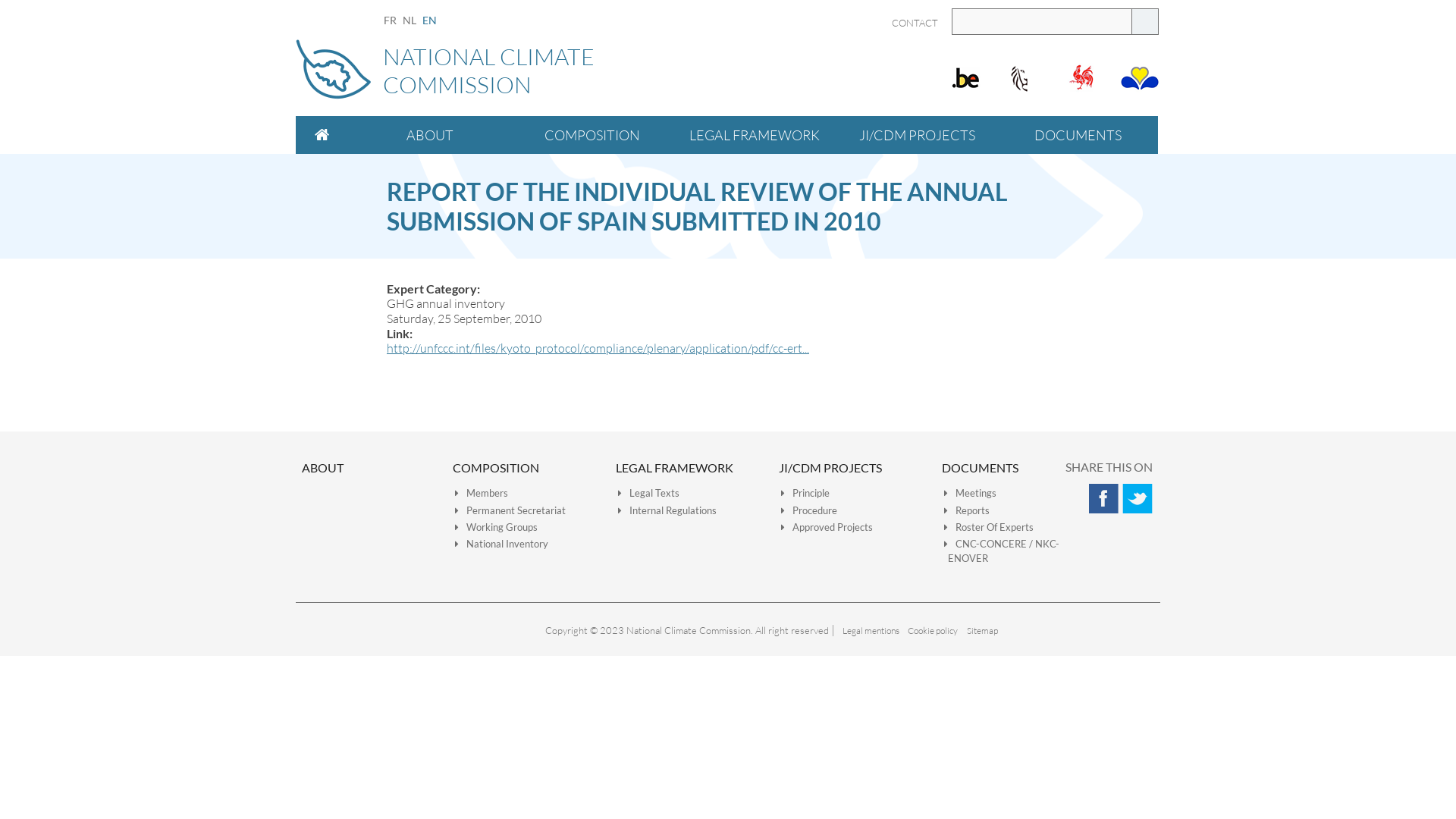  What do you see at coordinates (0, 0) in the screenshot?
I see `'Skip to main content'` at bounding box center [0, 0].